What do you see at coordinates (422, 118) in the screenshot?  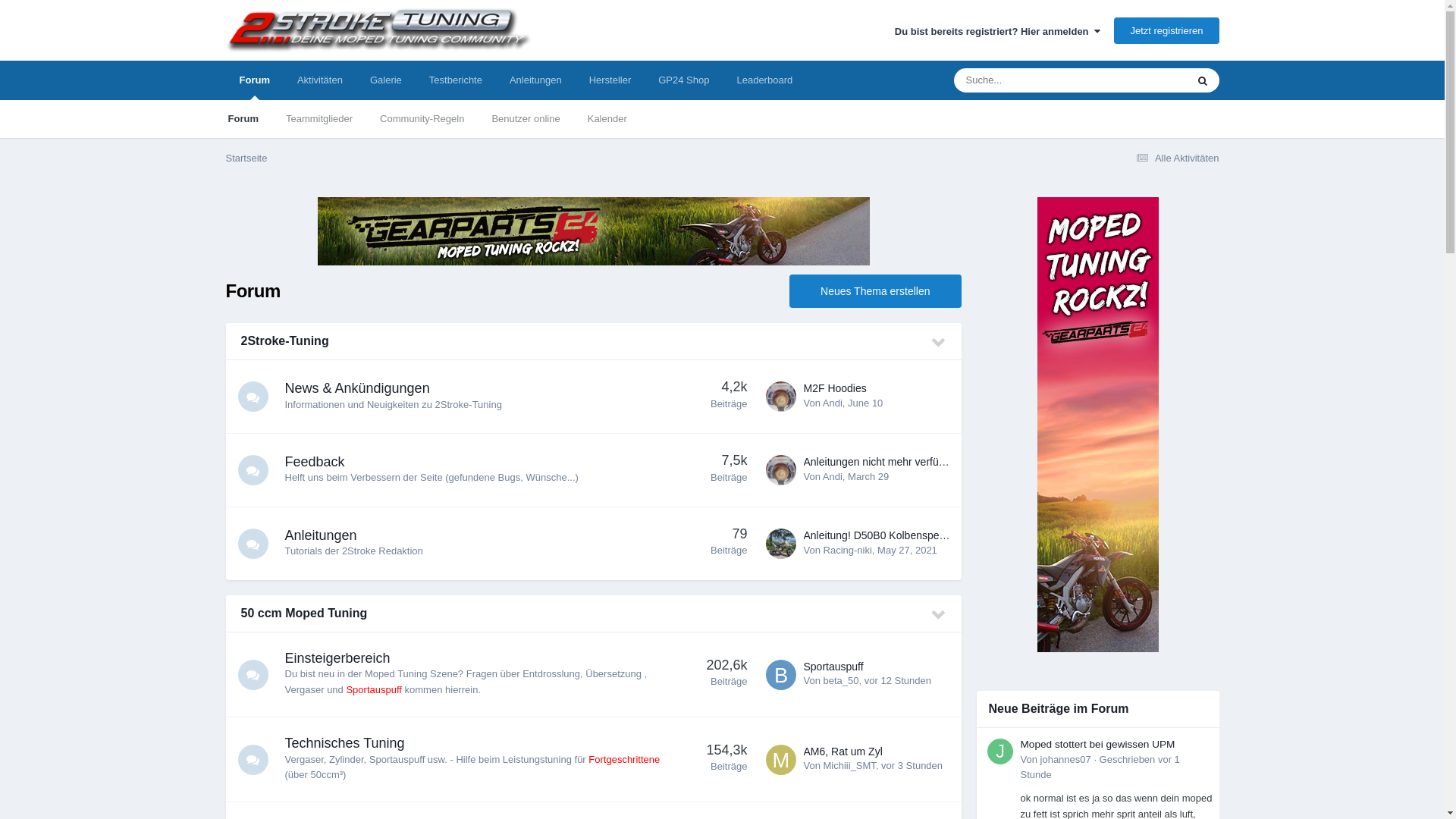 I see `'Community-Regeln'` at bounding box center [422, 118].